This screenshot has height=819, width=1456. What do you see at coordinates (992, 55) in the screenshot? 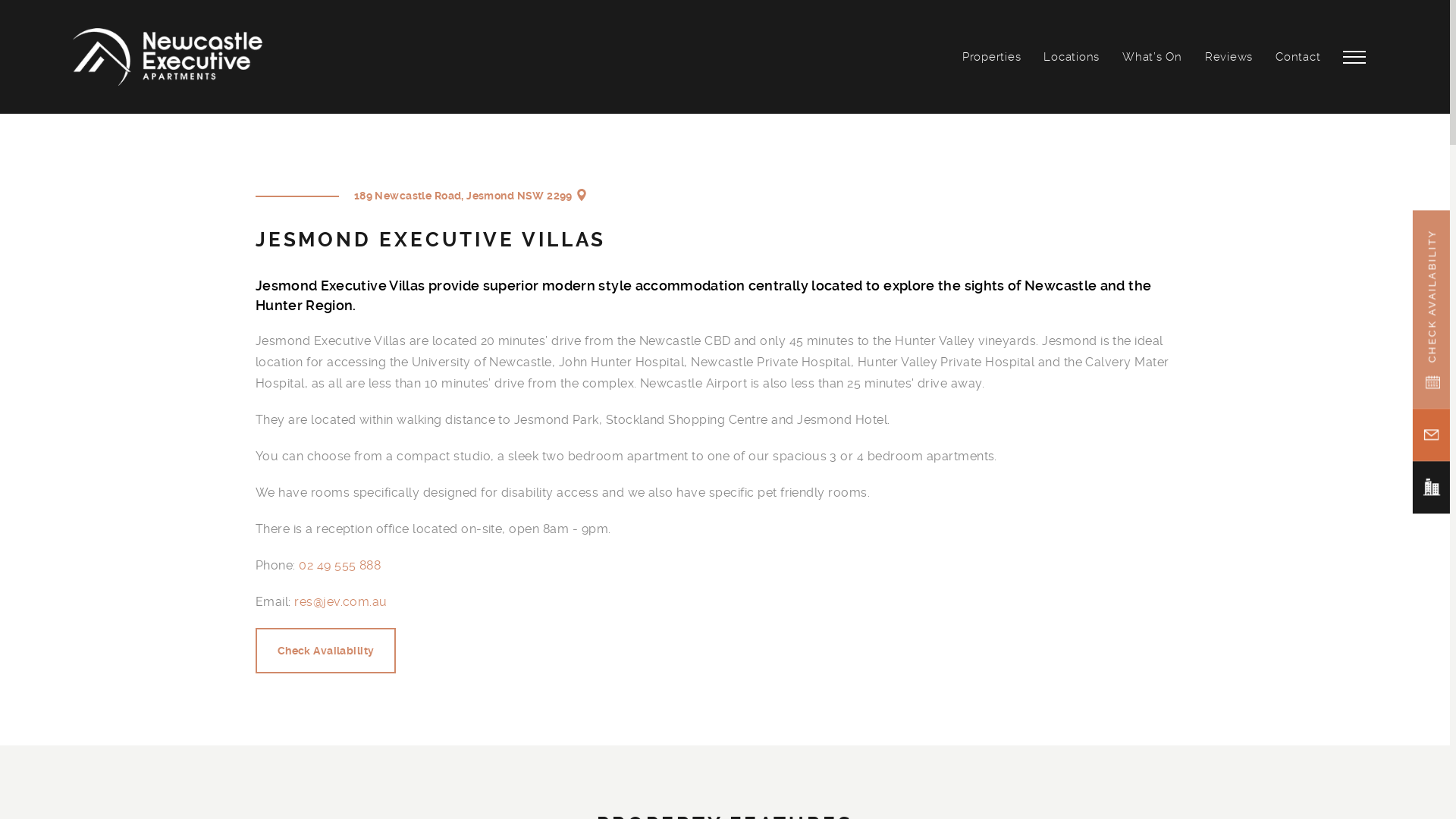
I see `'Properties'` at bounding box center [992, 55].